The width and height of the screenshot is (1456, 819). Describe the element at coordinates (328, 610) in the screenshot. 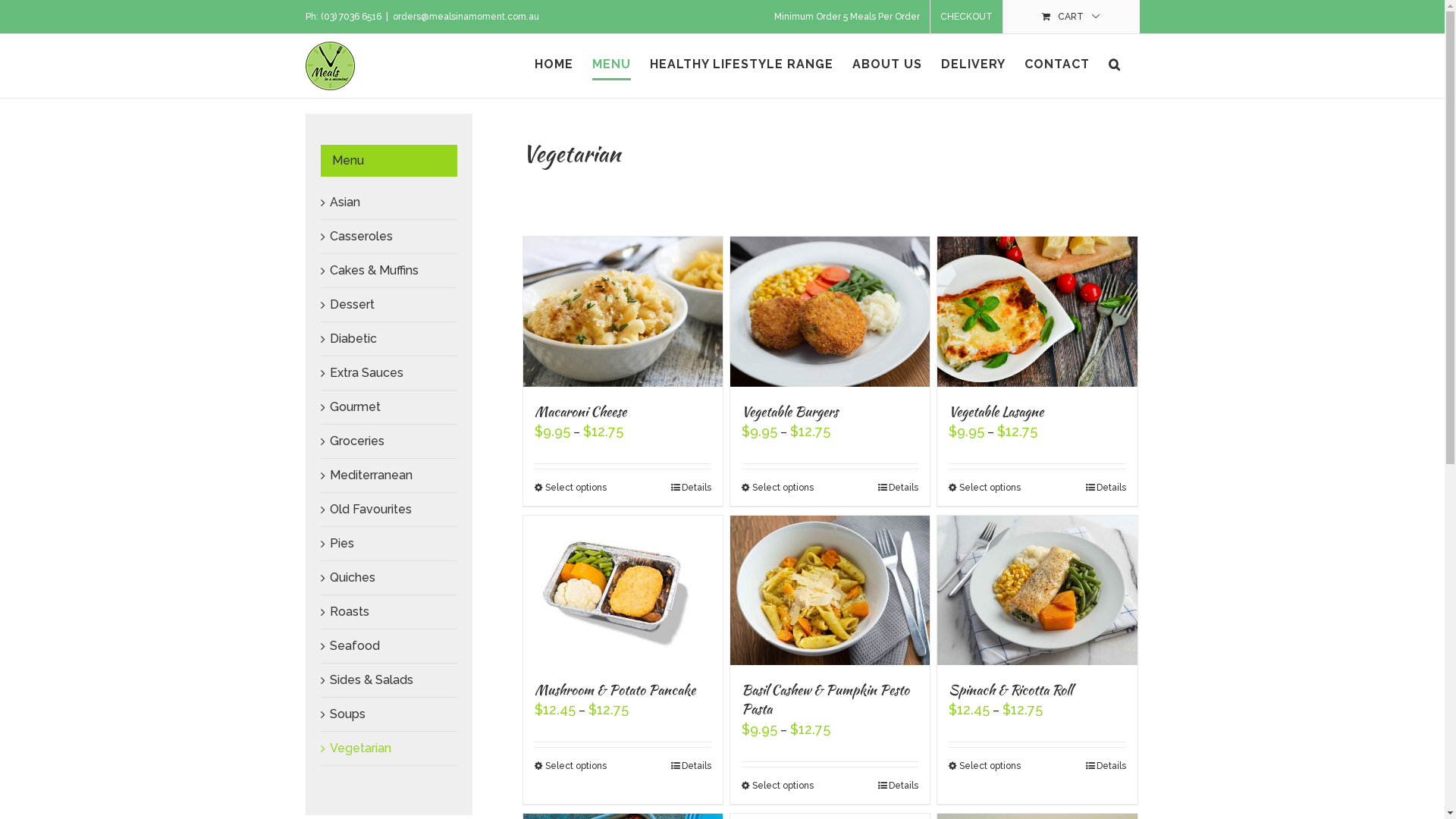

I see `'Roasts'` at that location.